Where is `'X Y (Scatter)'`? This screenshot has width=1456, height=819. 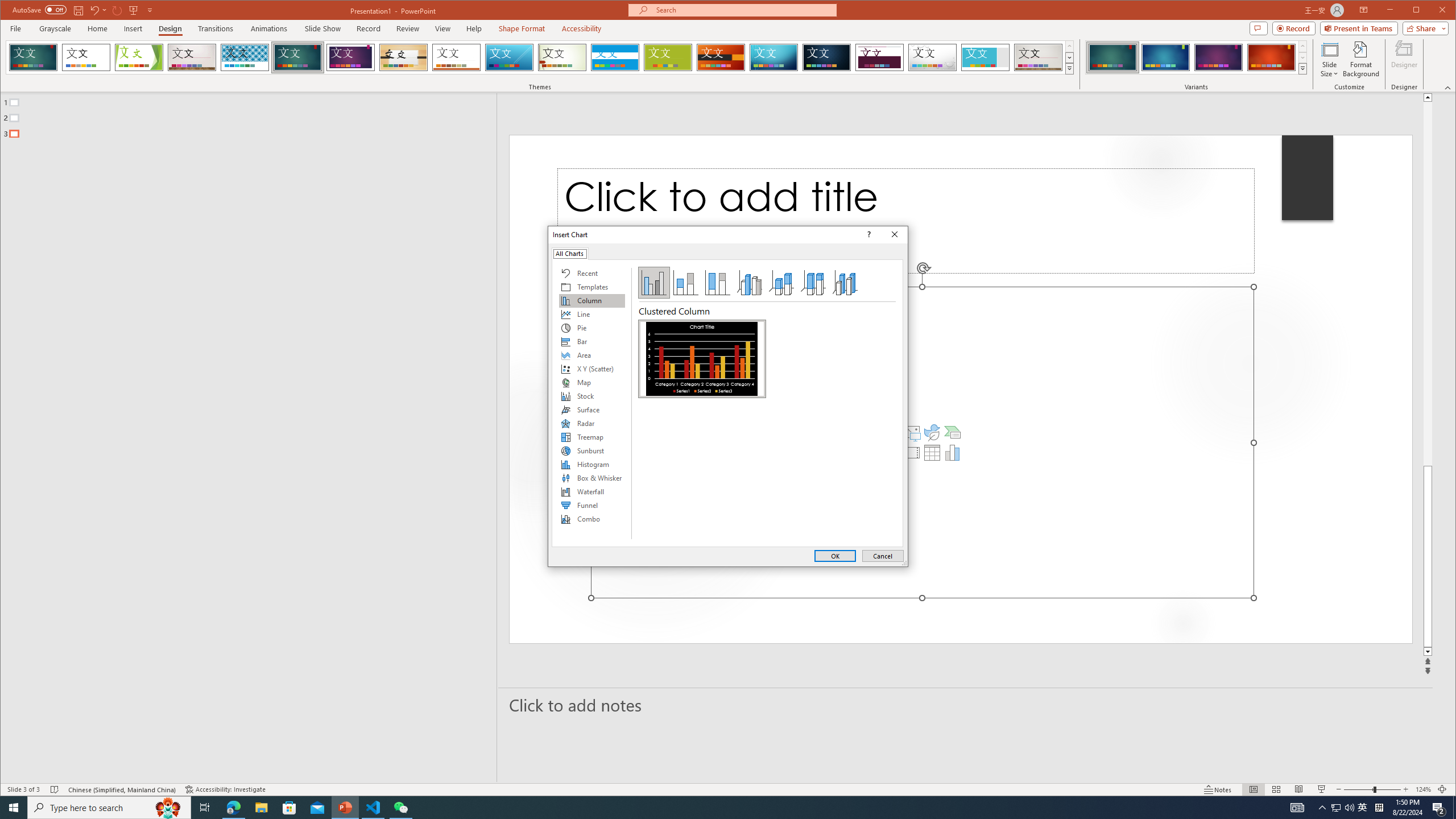 'X Y (Scatter)' is located at coordinates (591, 368).